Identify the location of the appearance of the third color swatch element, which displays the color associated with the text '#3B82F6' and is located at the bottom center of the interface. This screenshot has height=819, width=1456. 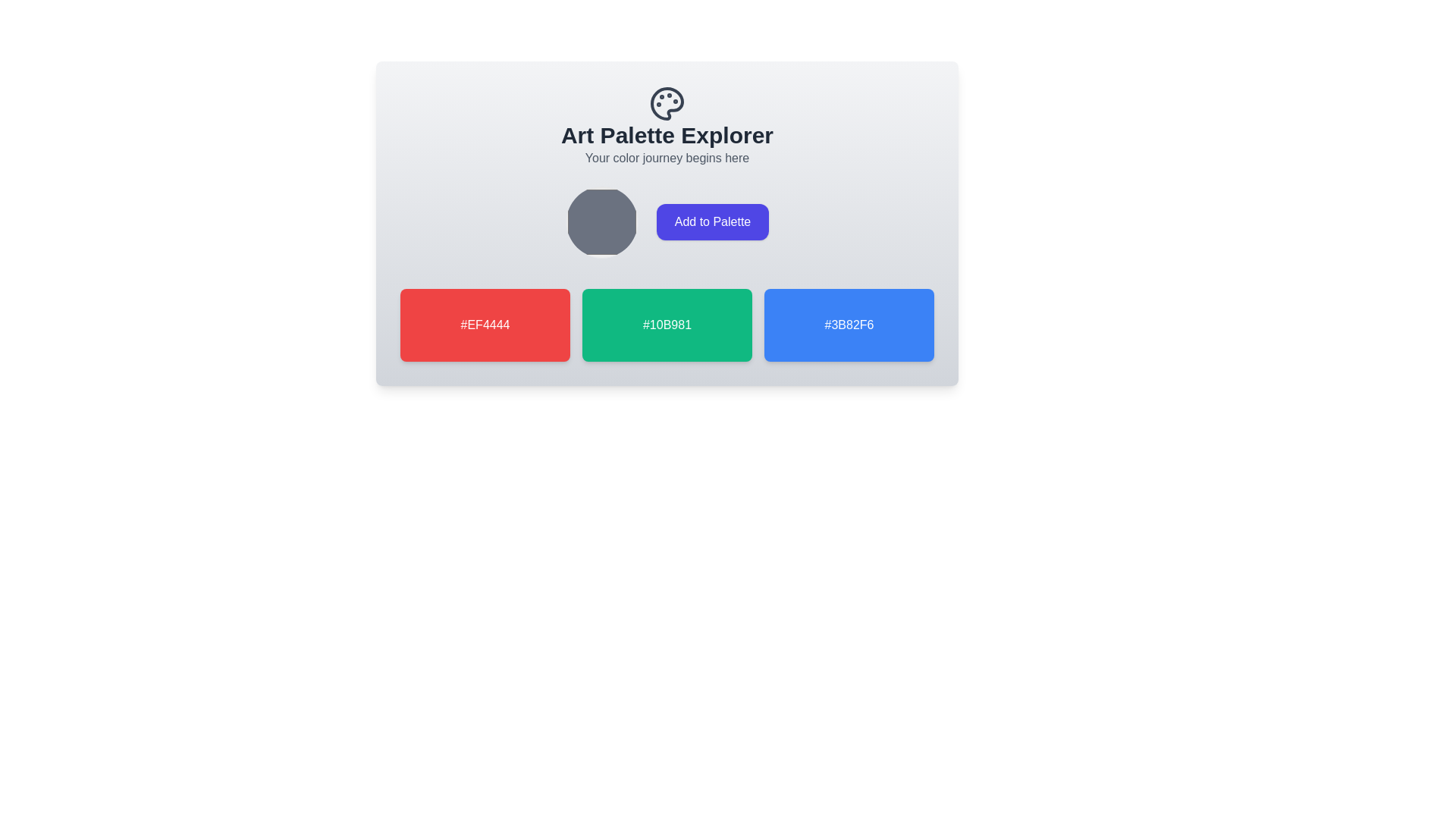
(848, 324).